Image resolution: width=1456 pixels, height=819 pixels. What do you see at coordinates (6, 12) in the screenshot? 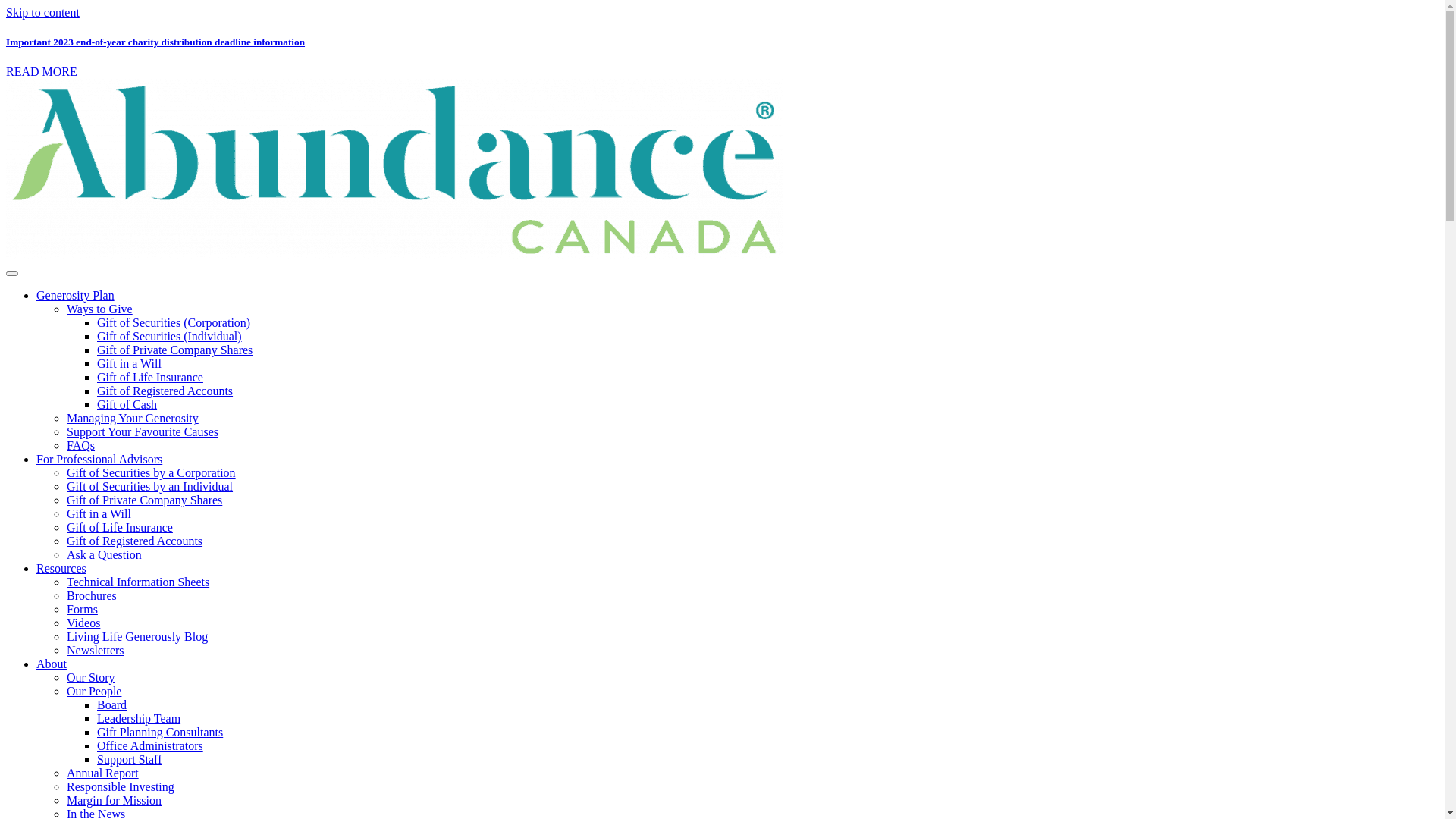
I see `'Skip to content'` at bounding box center [6, 12].